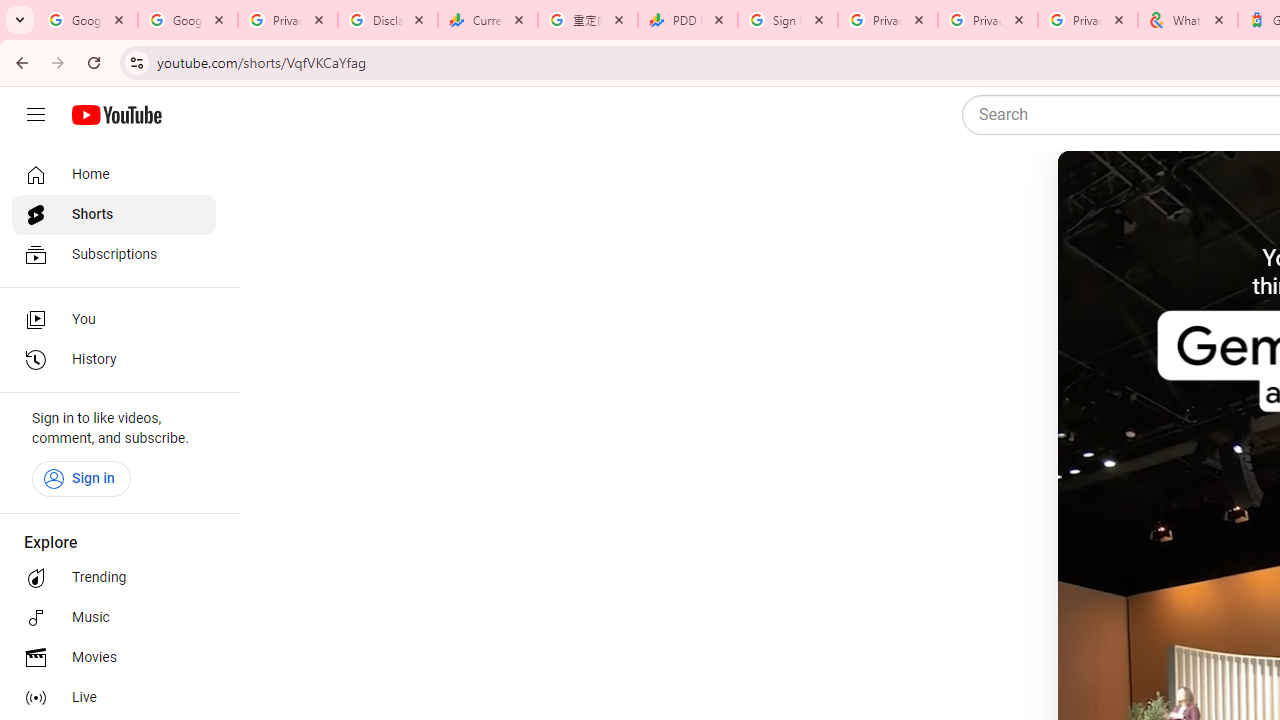 This screenshot has width=1280, height=720. What do you see at coordinates (688, 20) in the screenshot?
I see `'PDD Holdings Inc - ADR (PDD) Price & News - Google Finance'` at bounding box center [688, 20].